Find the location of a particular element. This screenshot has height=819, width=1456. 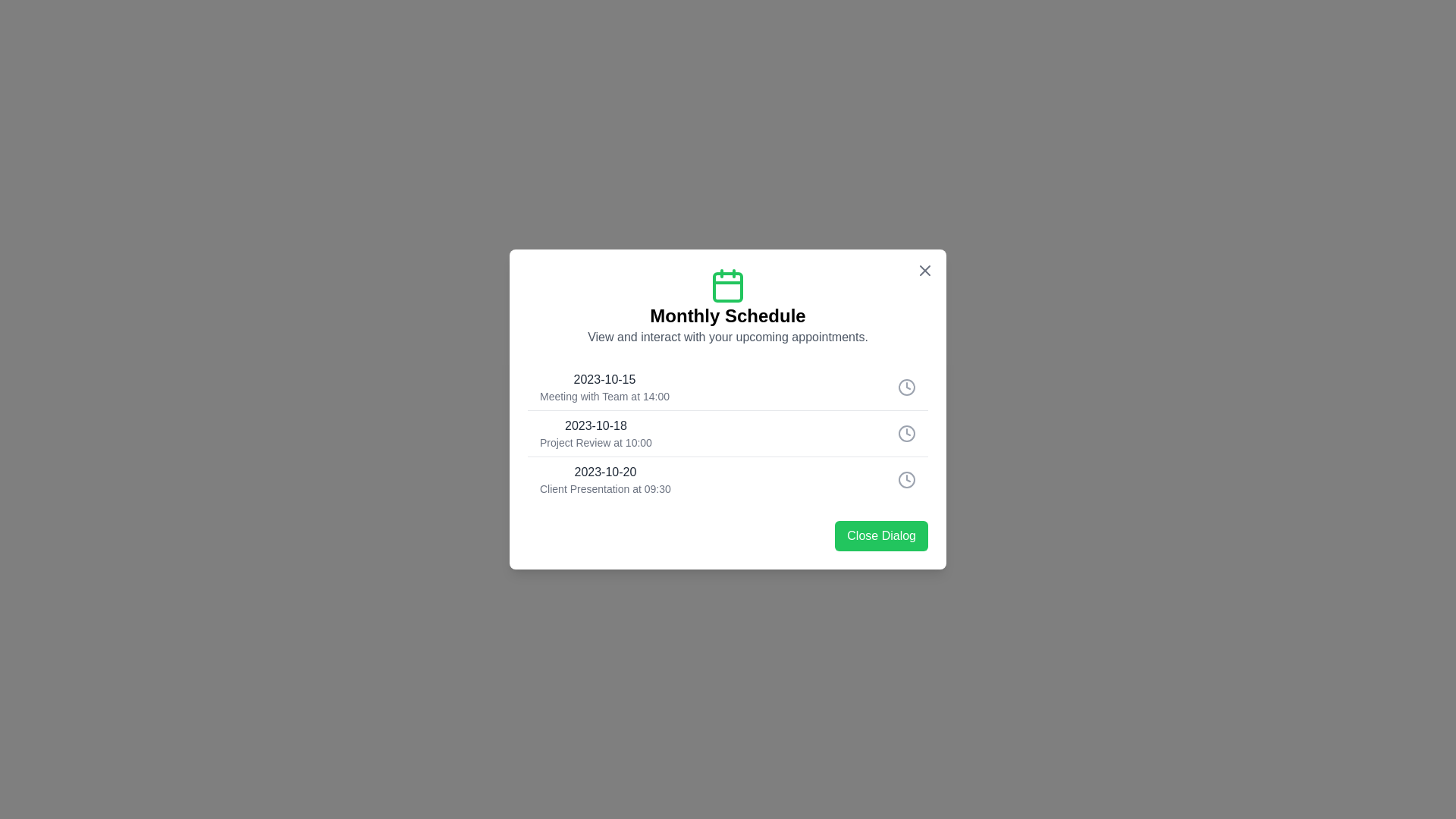

the event 2023-10-15 Meeting with Team at 14:00 from the list to view its details is located at coordinates (728, 386).